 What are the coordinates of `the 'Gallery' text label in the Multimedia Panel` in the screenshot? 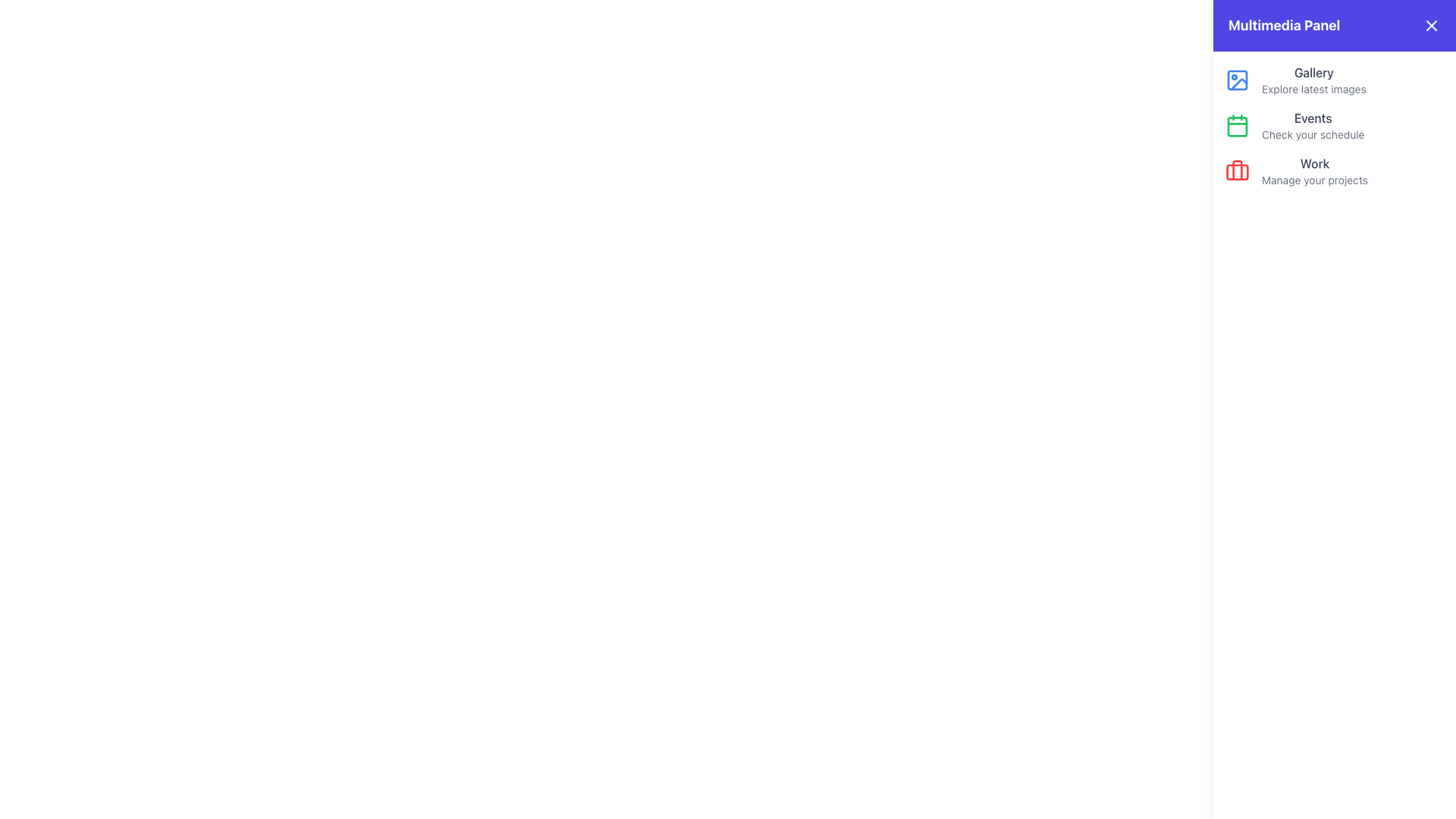 It's located at (1313, 80).